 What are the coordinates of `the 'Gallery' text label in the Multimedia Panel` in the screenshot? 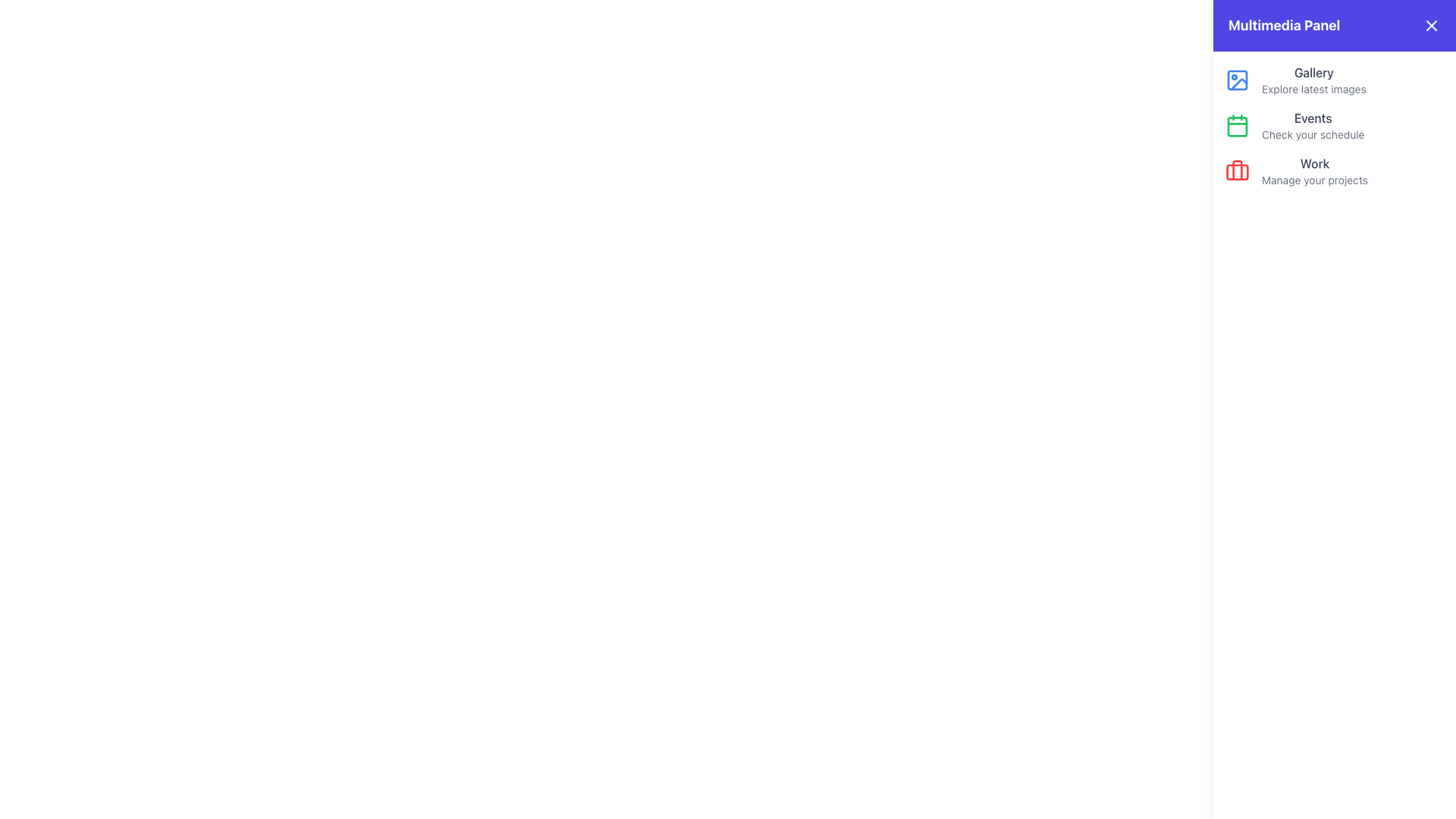 It's located at (1313, 80).